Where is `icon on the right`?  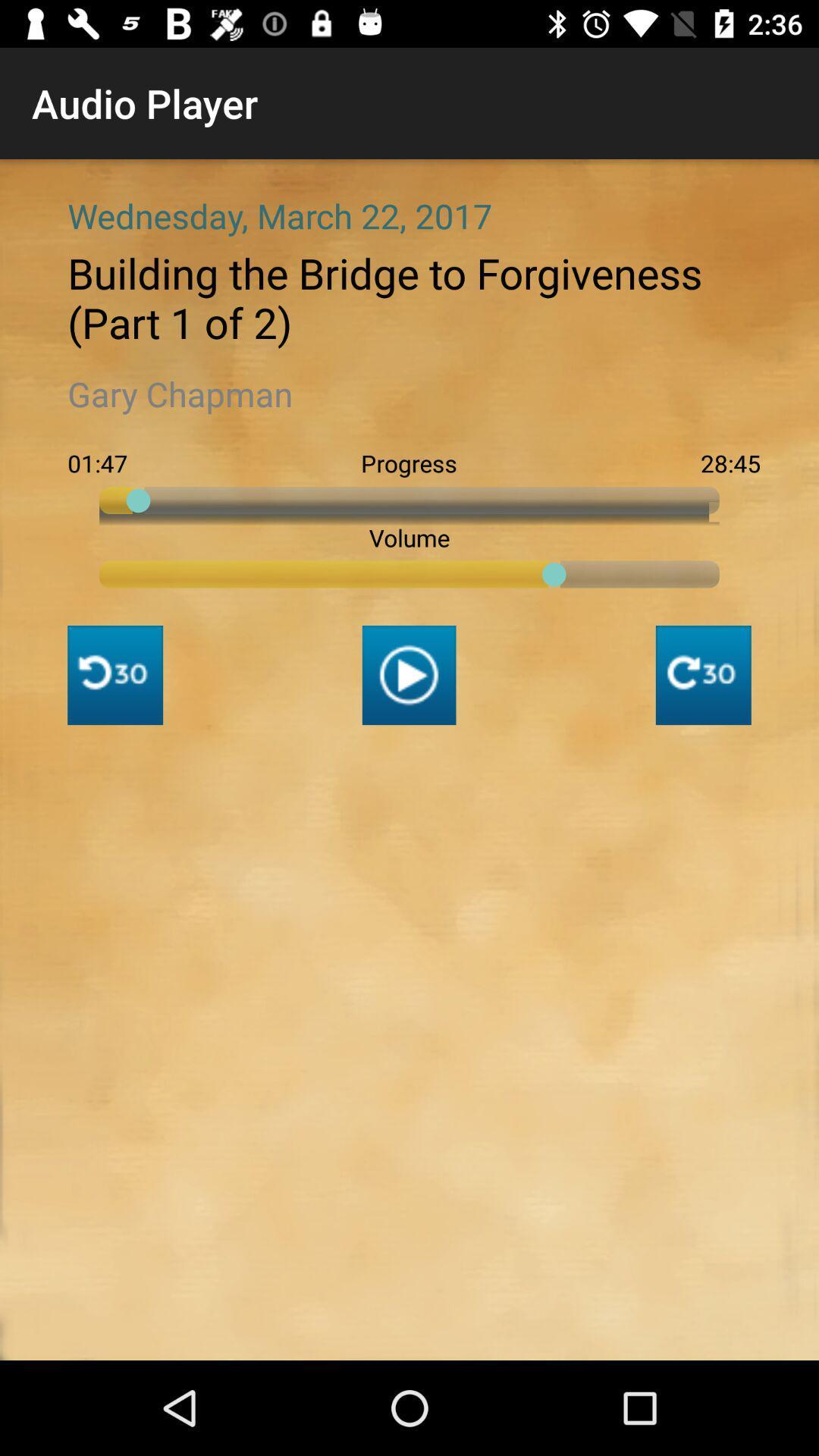
icon on the right is located at coordinates (703, 674).